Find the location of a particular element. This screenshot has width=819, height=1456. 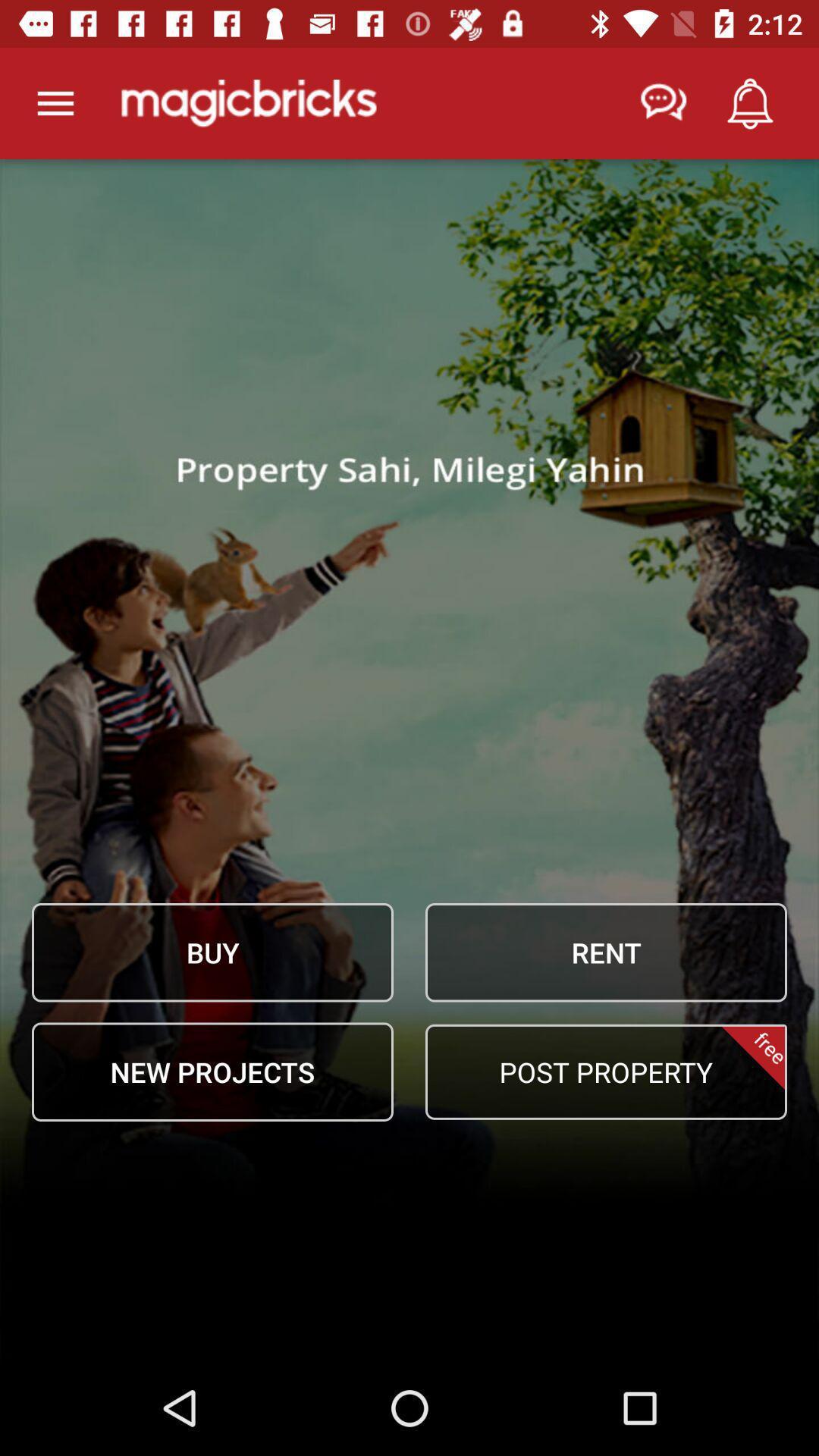

icon next to buy item is located at coordinates (605, 952).